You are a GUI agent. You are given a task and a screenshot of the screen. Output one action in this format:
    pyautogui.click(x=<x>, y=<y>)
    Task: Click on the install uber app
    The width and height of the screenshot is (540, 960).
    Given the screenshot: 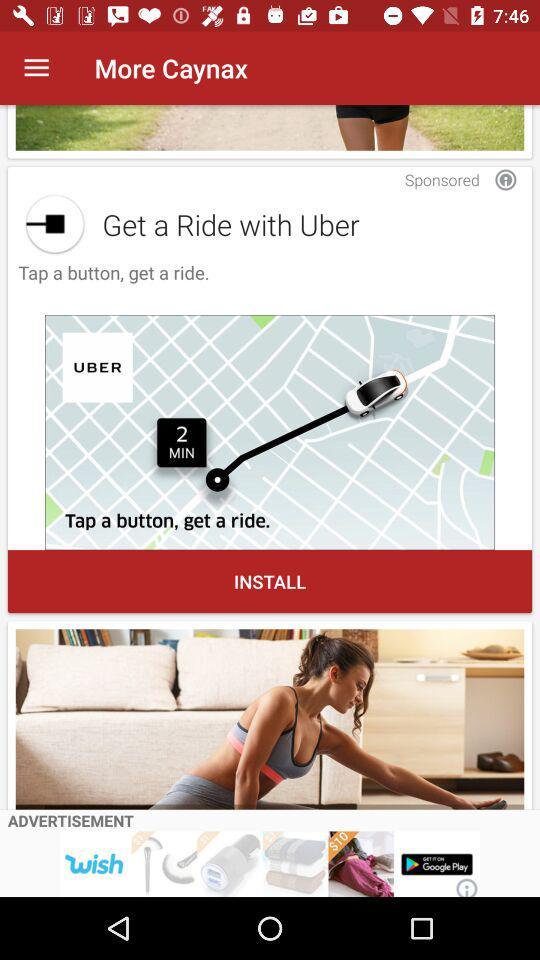 What is the action you would take?
    pyautogui.click(x=270, y=432)
    